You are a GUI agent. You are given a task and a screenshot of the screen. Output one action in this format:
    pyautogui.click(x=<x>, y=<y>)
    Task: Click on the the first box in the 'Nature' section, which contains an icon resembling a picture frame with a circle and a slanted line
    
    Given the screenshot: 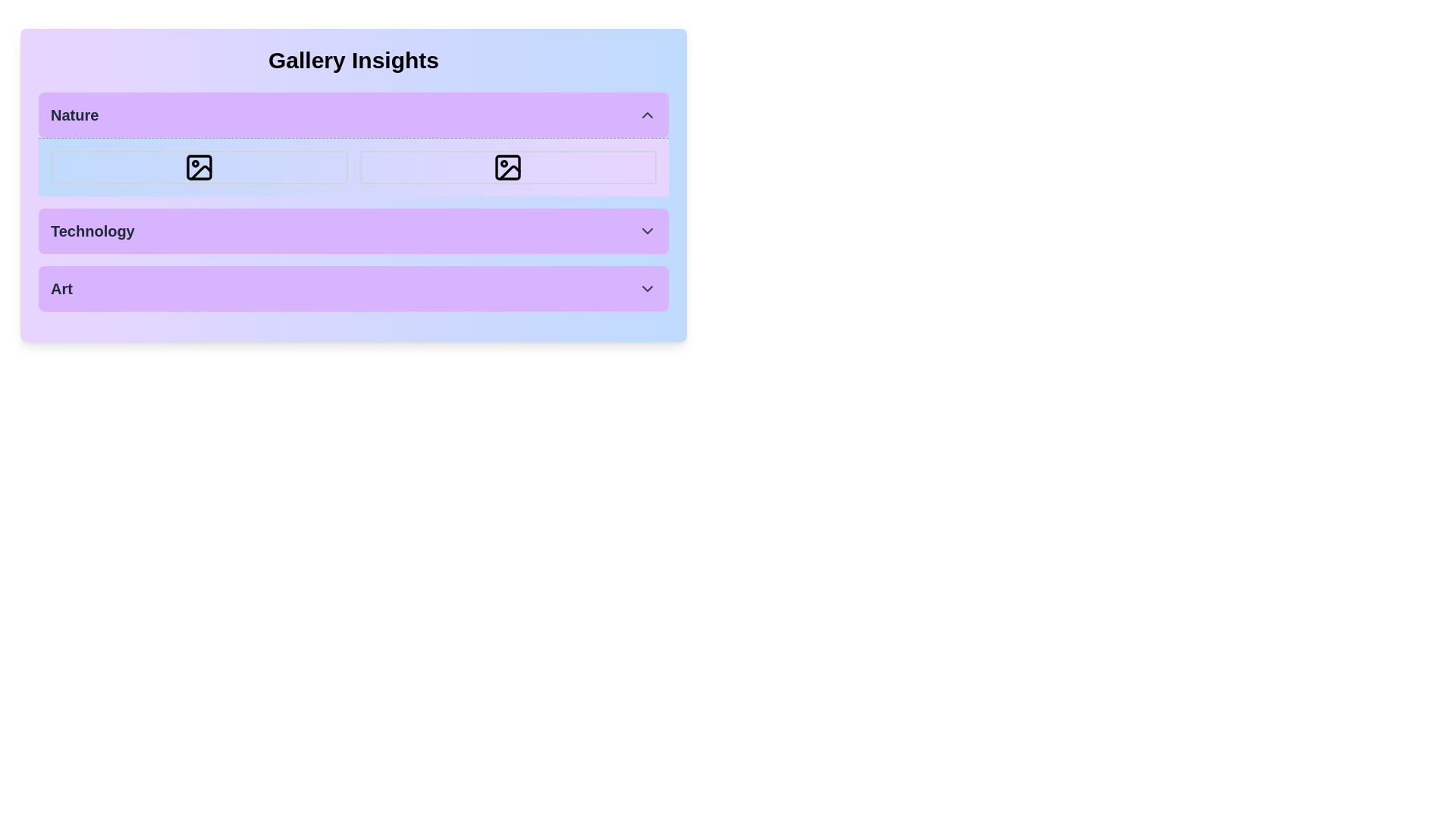 What is the action you would take?
    pyautogui.click(x=198, y=167)
    